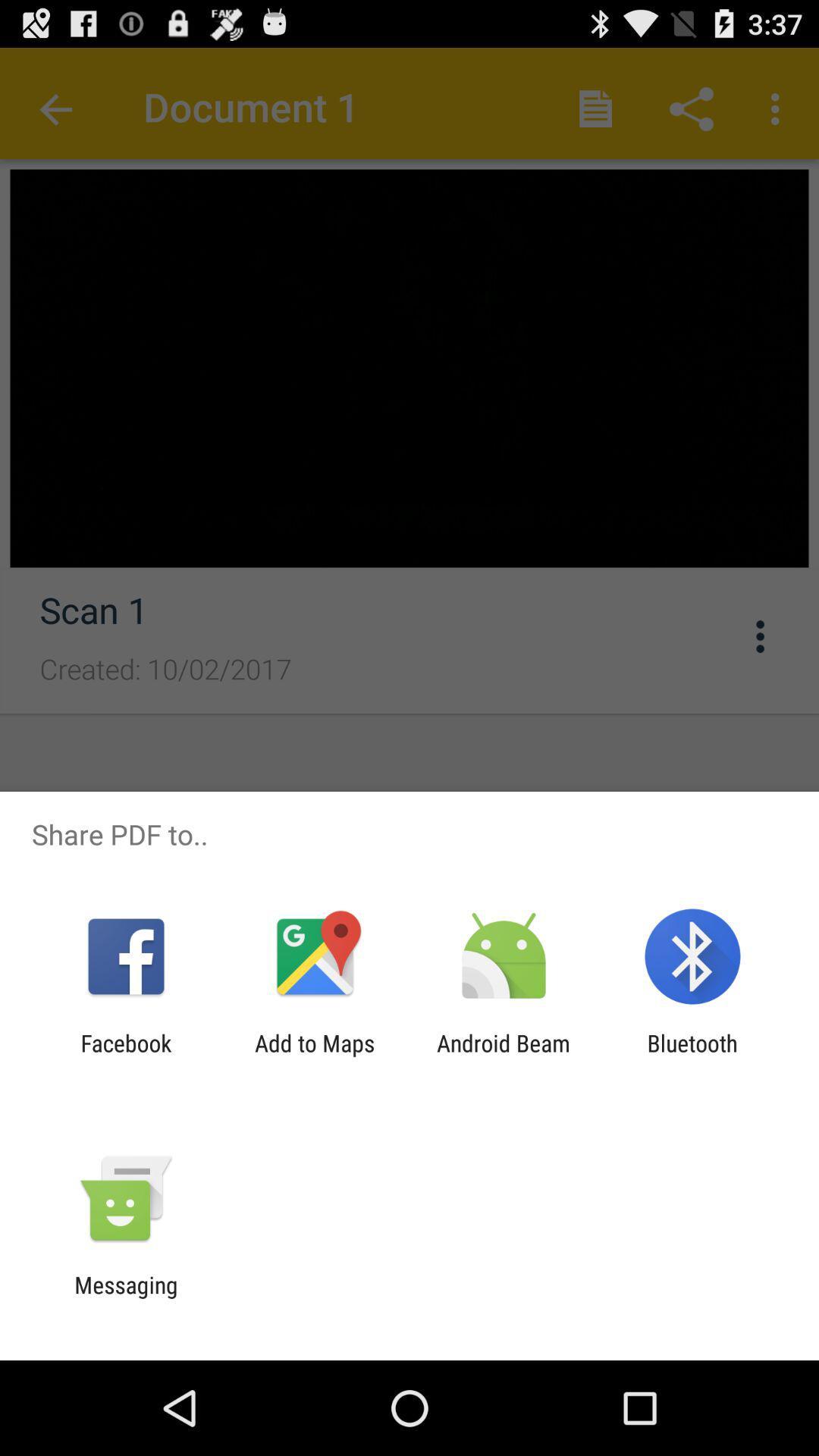 This screenshot has height=1456, width=819. I want to click on facebook app, so click(125, 1056).